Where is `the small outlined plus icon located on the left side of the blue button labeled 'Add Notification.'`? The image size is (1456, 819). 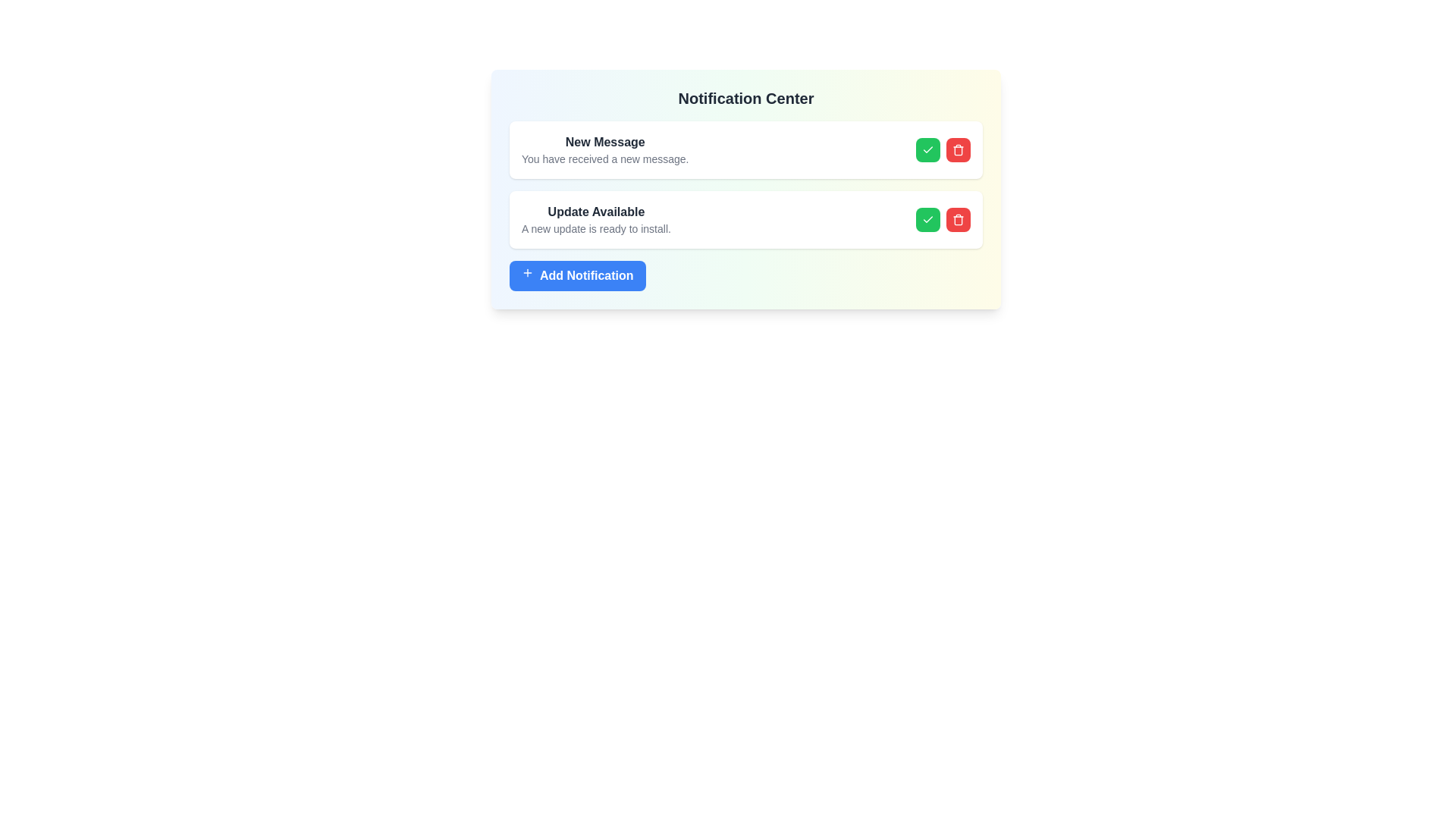 the small outlined plus icon located on the left side of the blue button labeled 'Add Notification.' is located at coordinates (528, 271).